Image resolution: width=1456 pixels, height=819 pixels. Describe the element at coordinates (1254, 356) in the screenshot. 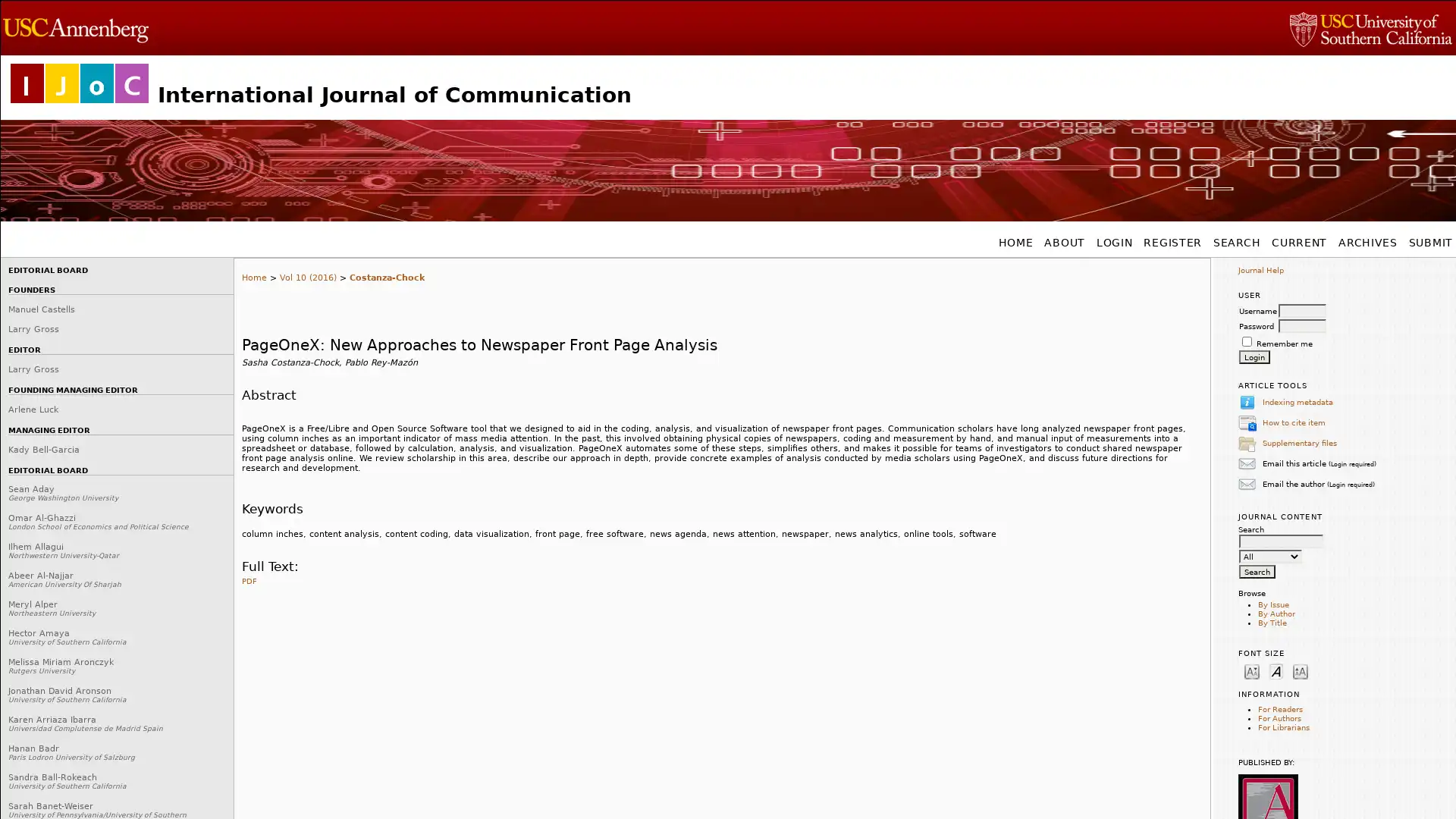

I see `Login` at that location.